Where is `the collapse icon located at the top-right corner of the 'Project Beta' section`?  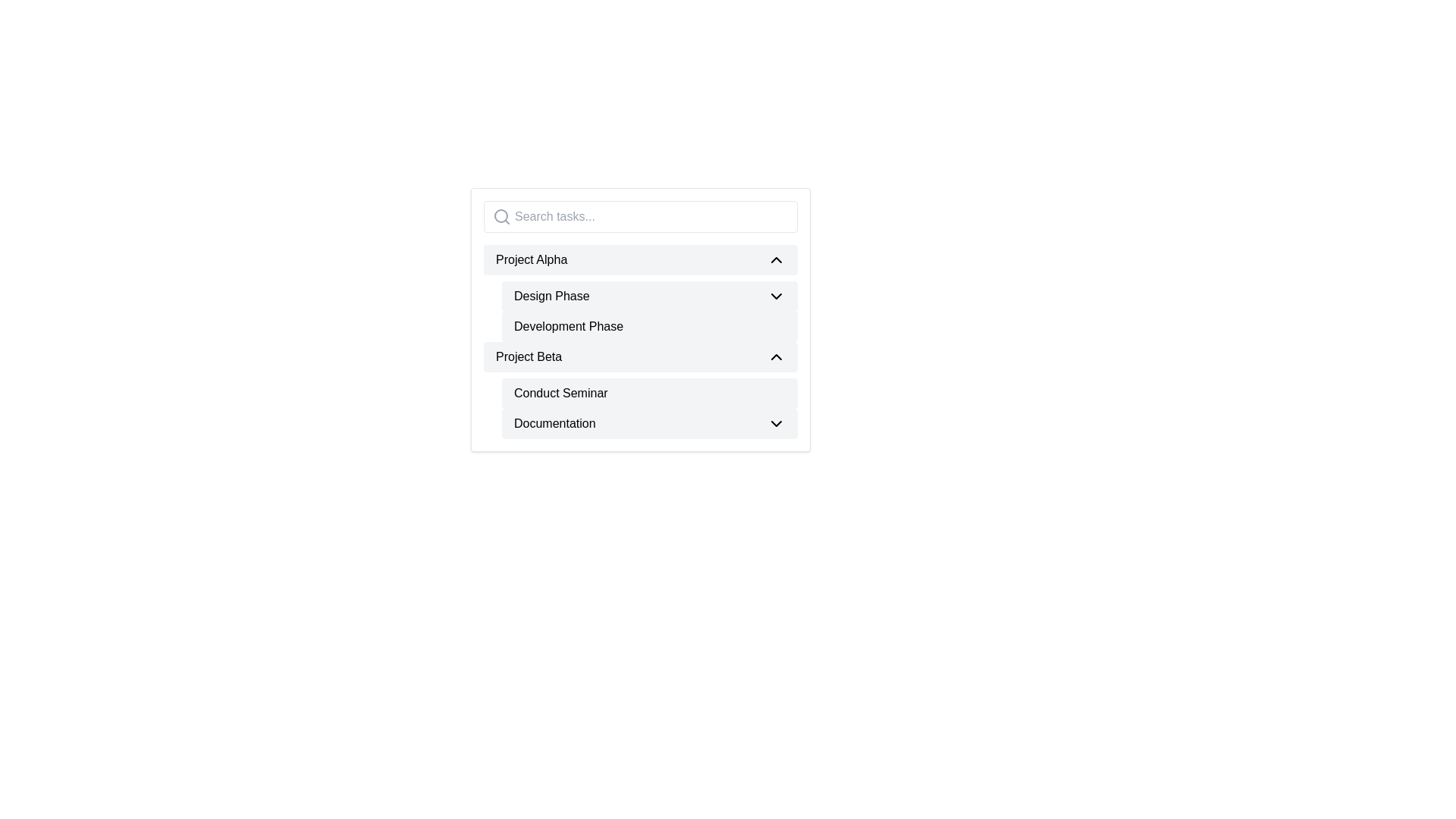
the collapse icon located at the top-right corner of the 'Project Beta' section is located at coordinates (776, 356).